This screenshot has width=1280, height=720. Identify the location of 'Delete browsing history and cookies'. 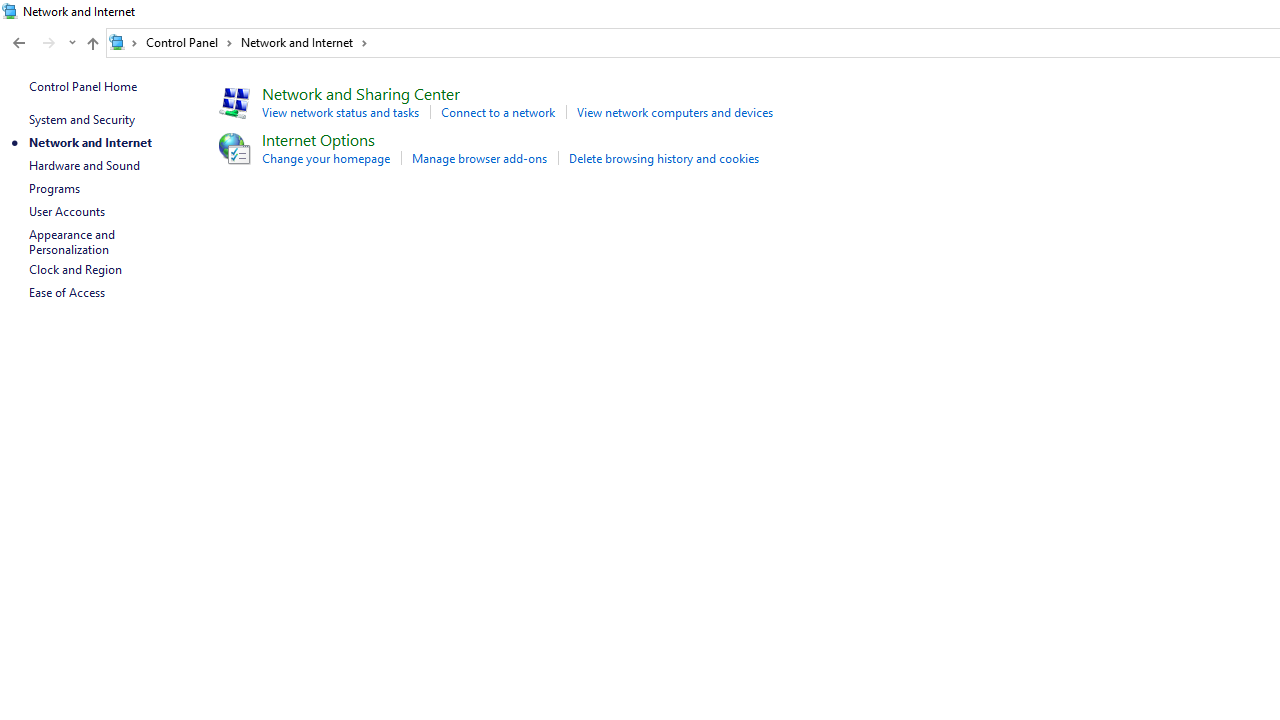
(664, 157).